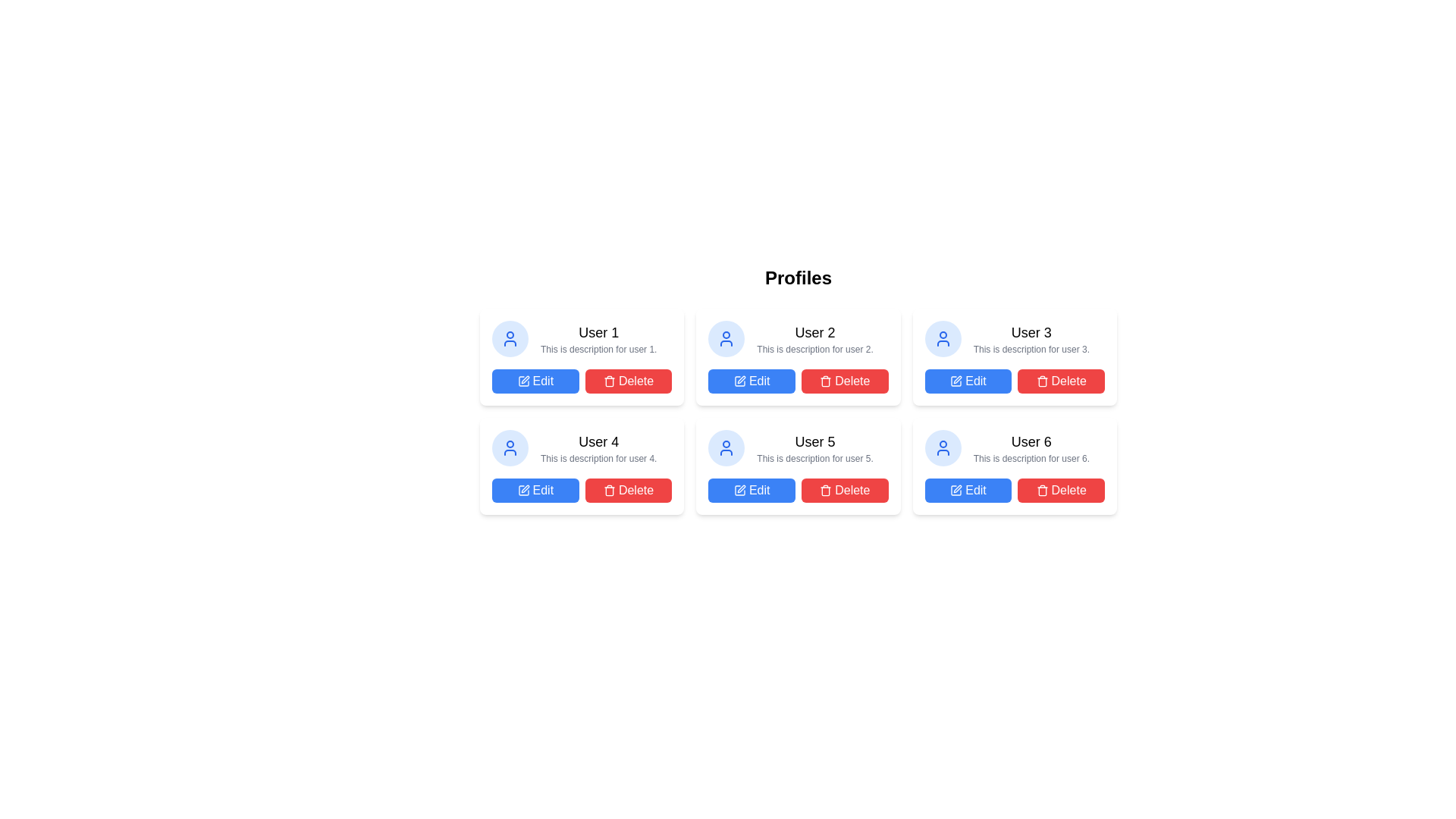  Describe the element at coordinates (510, 338) in the screenshot. I see `the user's profile icon, which is a simplistic blue outline of a person within a circular border, located second from the left in the first row of user cards` at that location.